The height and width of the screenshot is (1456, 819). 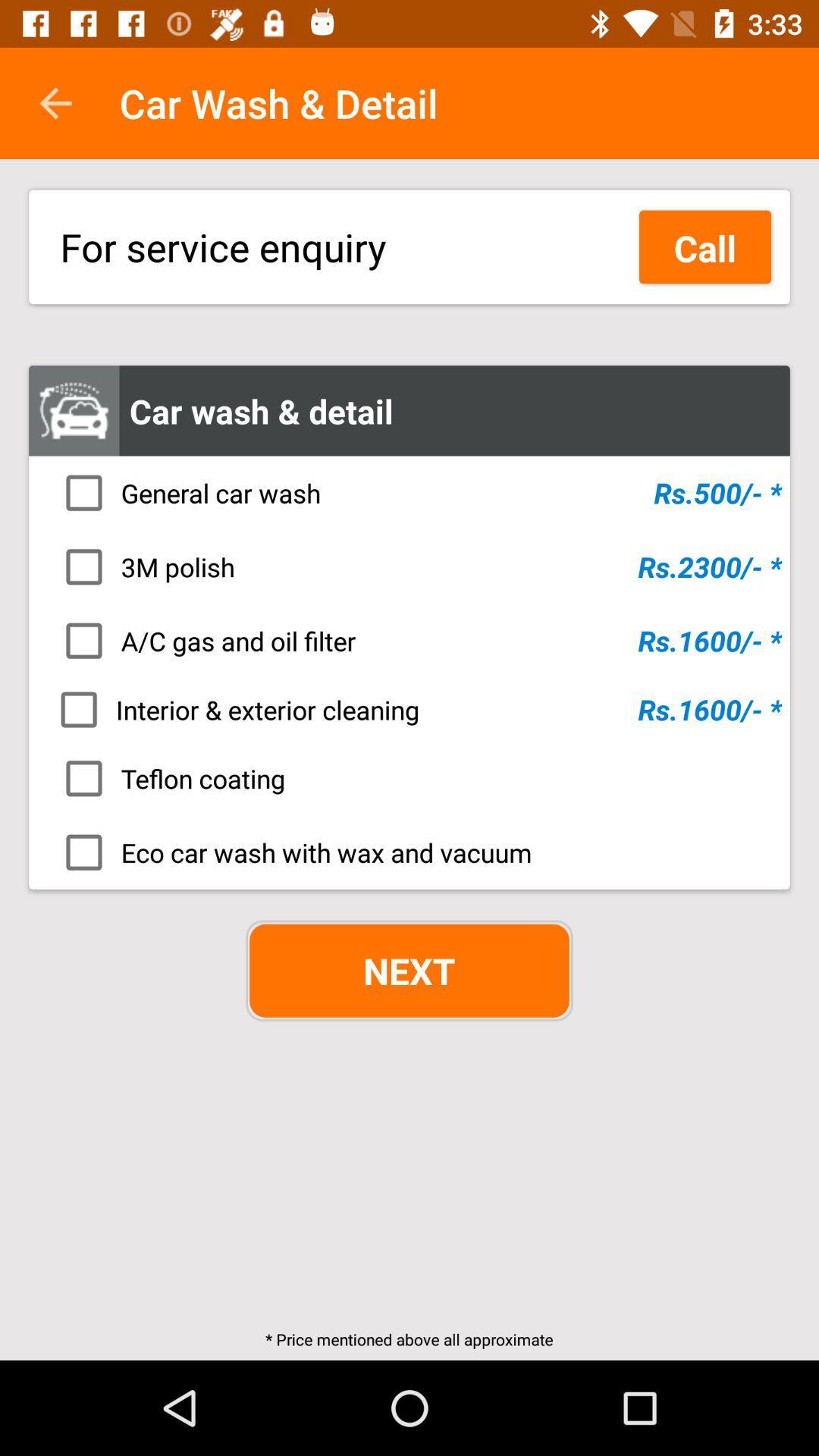 I want to click on icon above eco car wash icon, so click(x=414, y=778).